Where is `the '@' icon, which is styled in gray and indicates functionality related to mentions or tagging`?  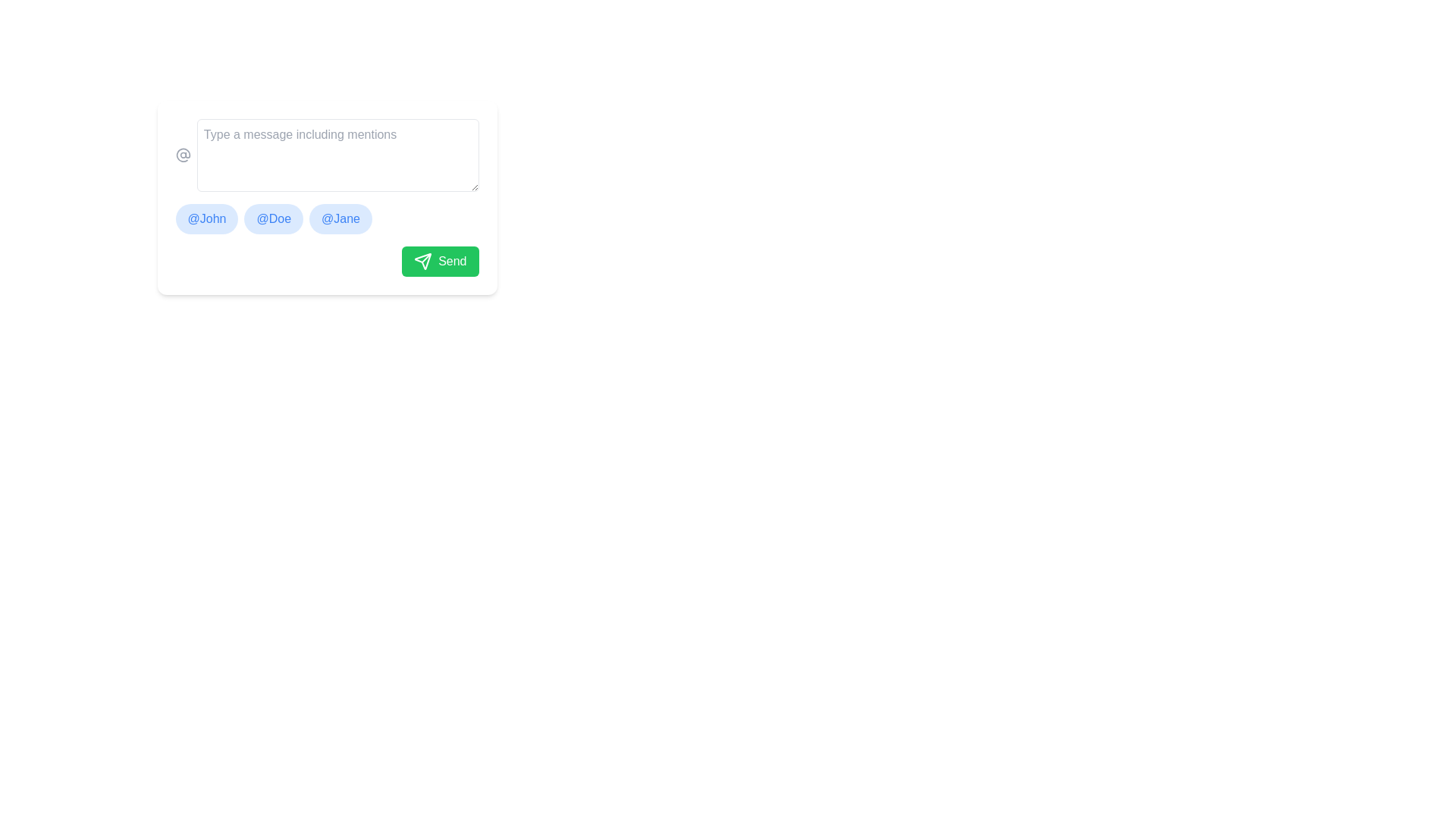
the '@' icon, which is styled in gray and indicates functionality related to mentions or tagging is located at coordinates (182, 155).